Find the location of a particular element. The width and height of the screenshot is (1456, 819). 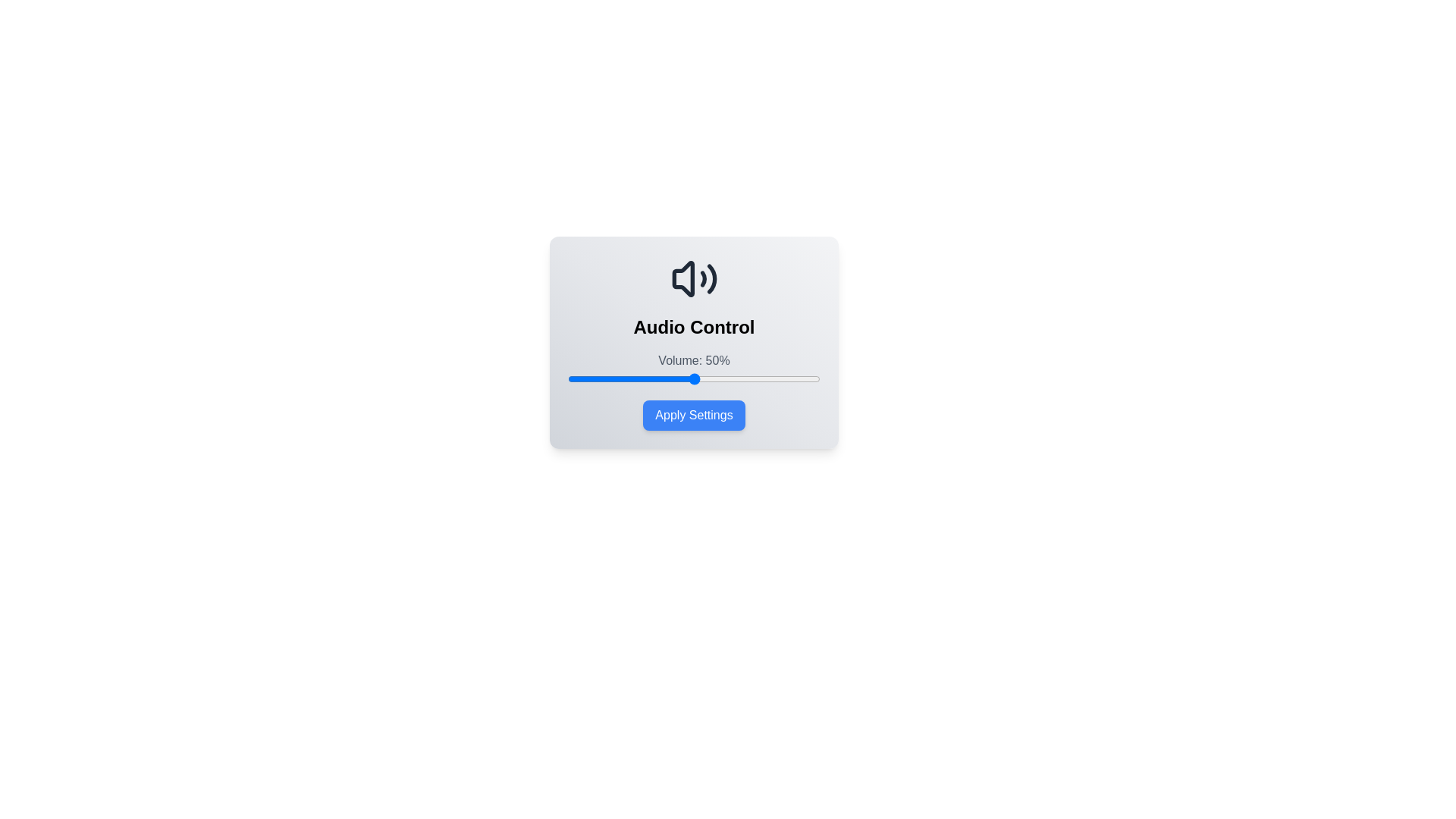

the audio control icon, which resembles a speaker emitting sound waves, located at the top-center of the 'Audio Control' dialog box is located at coordinates (693, 278).